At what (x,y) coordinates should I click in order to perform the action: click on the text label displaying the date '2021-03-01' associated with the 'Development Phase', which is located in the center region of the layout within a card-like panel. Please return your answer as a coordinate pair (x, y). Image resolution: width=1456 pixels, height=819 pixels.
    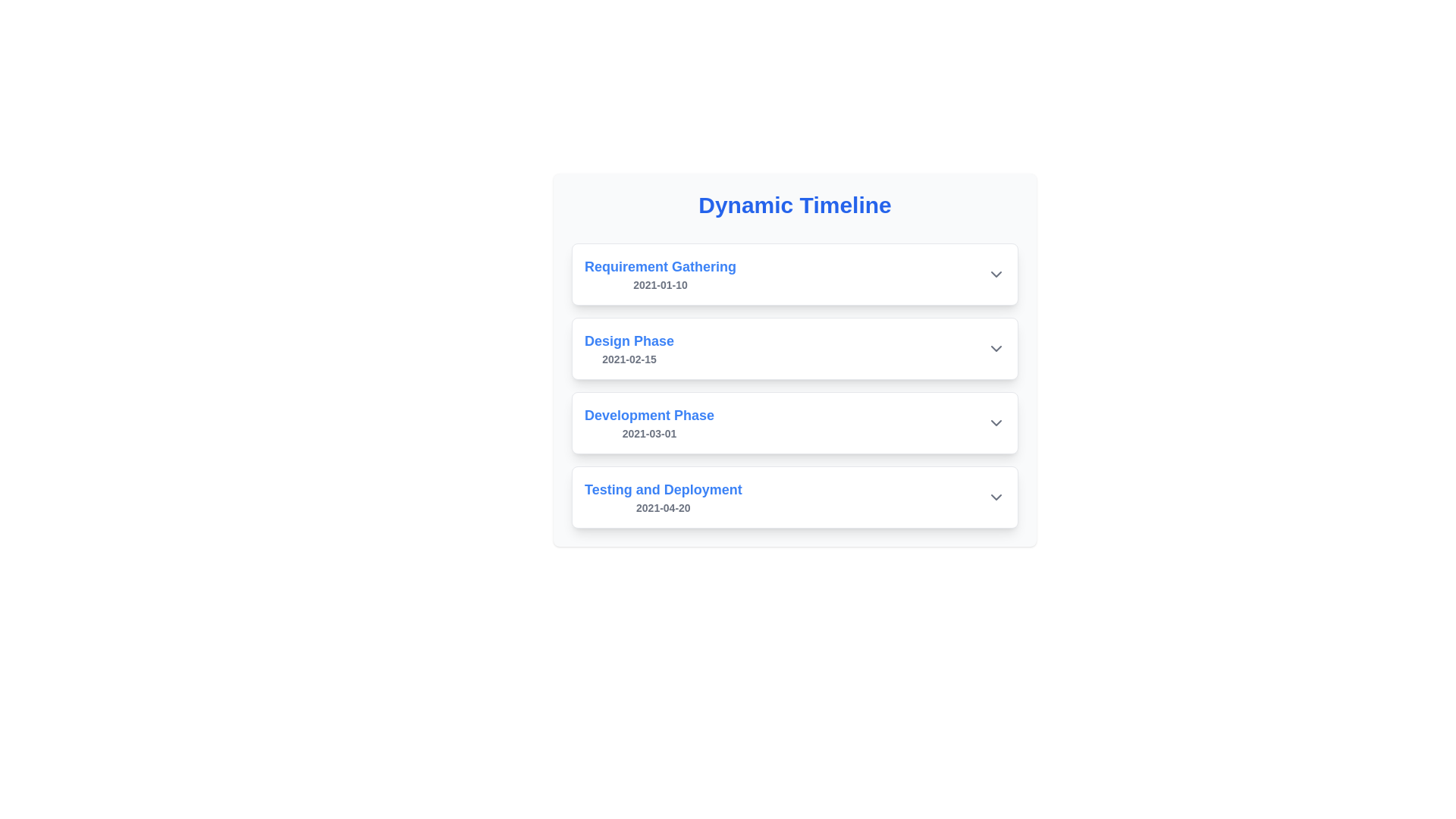
    Looking at the image, I should click on (649, 433).